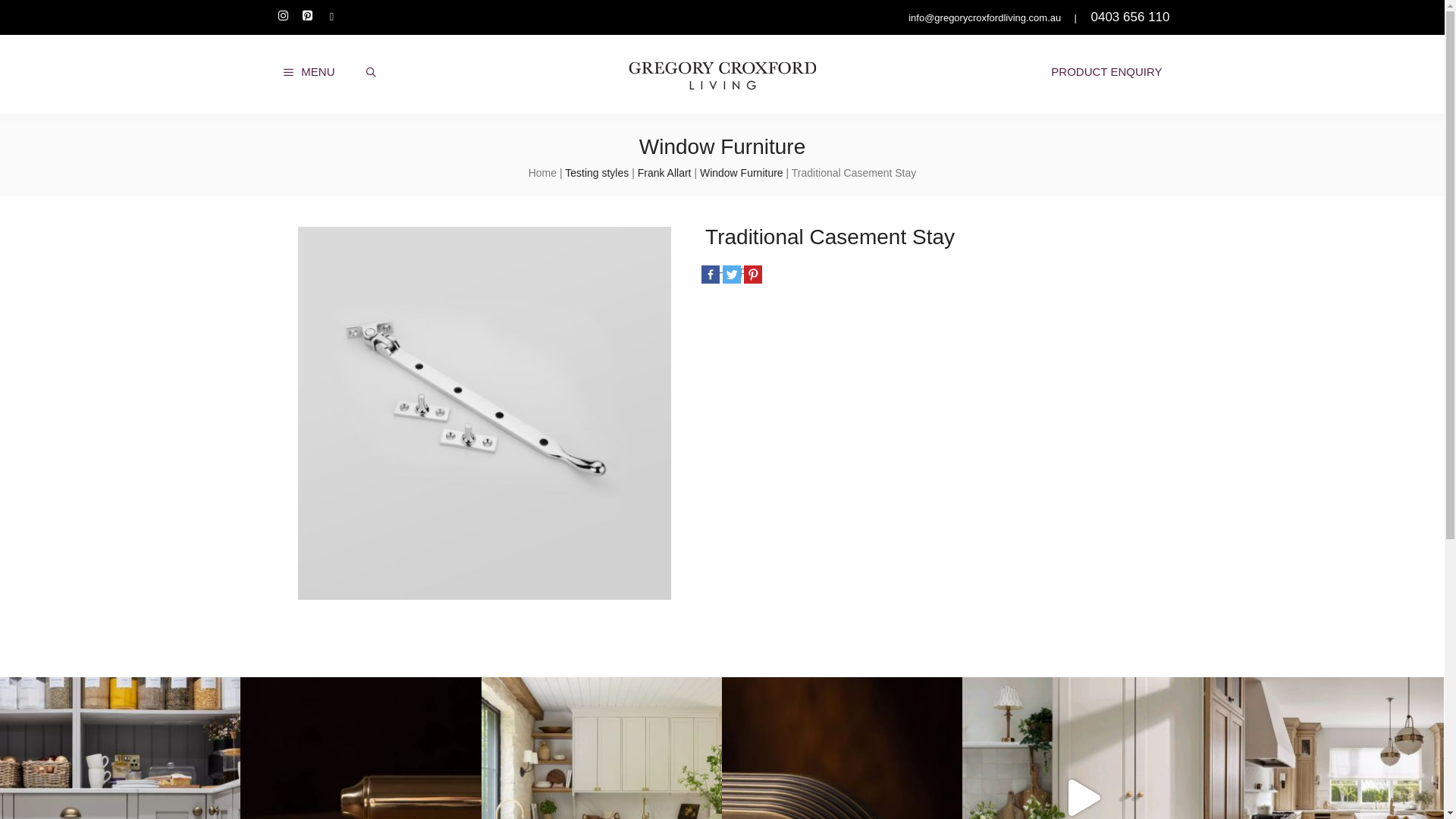  What do you see at coordinates (1106, 72) in the screenshot?
I see `'PRODUCT ENQUIRY'` at bounding box center [1106, 72].